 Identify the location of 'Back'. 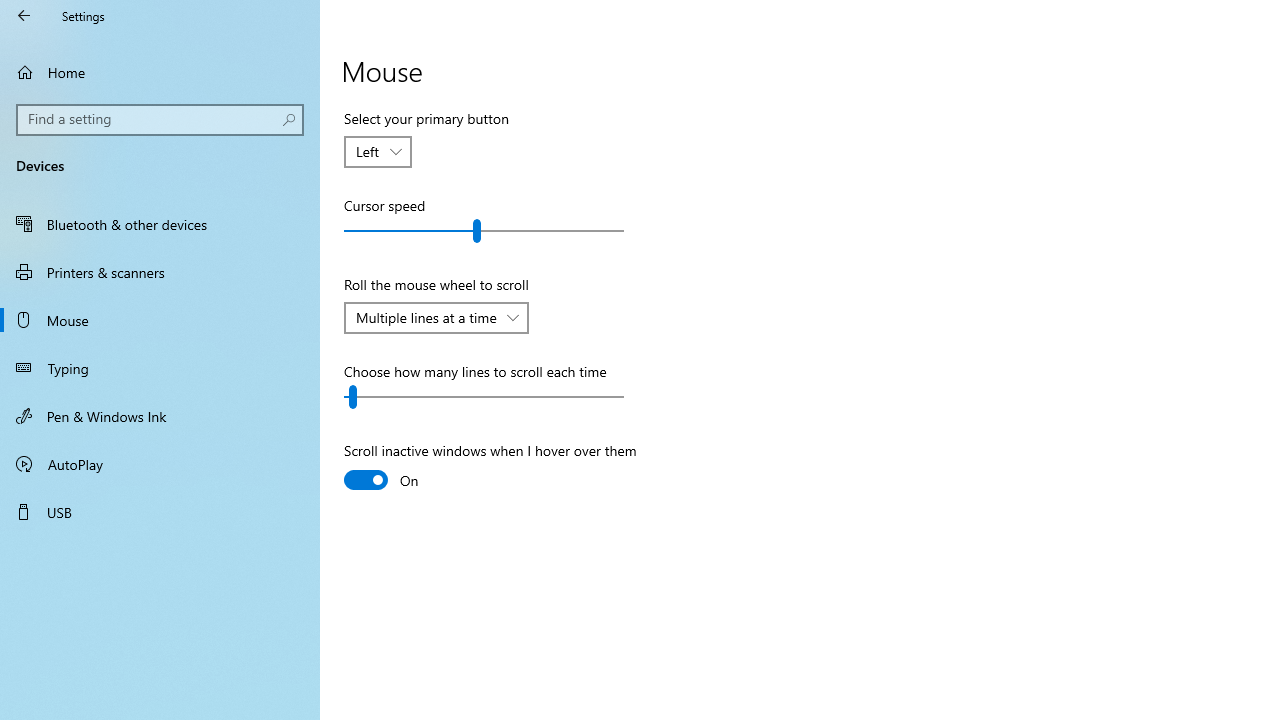
(24, 15).